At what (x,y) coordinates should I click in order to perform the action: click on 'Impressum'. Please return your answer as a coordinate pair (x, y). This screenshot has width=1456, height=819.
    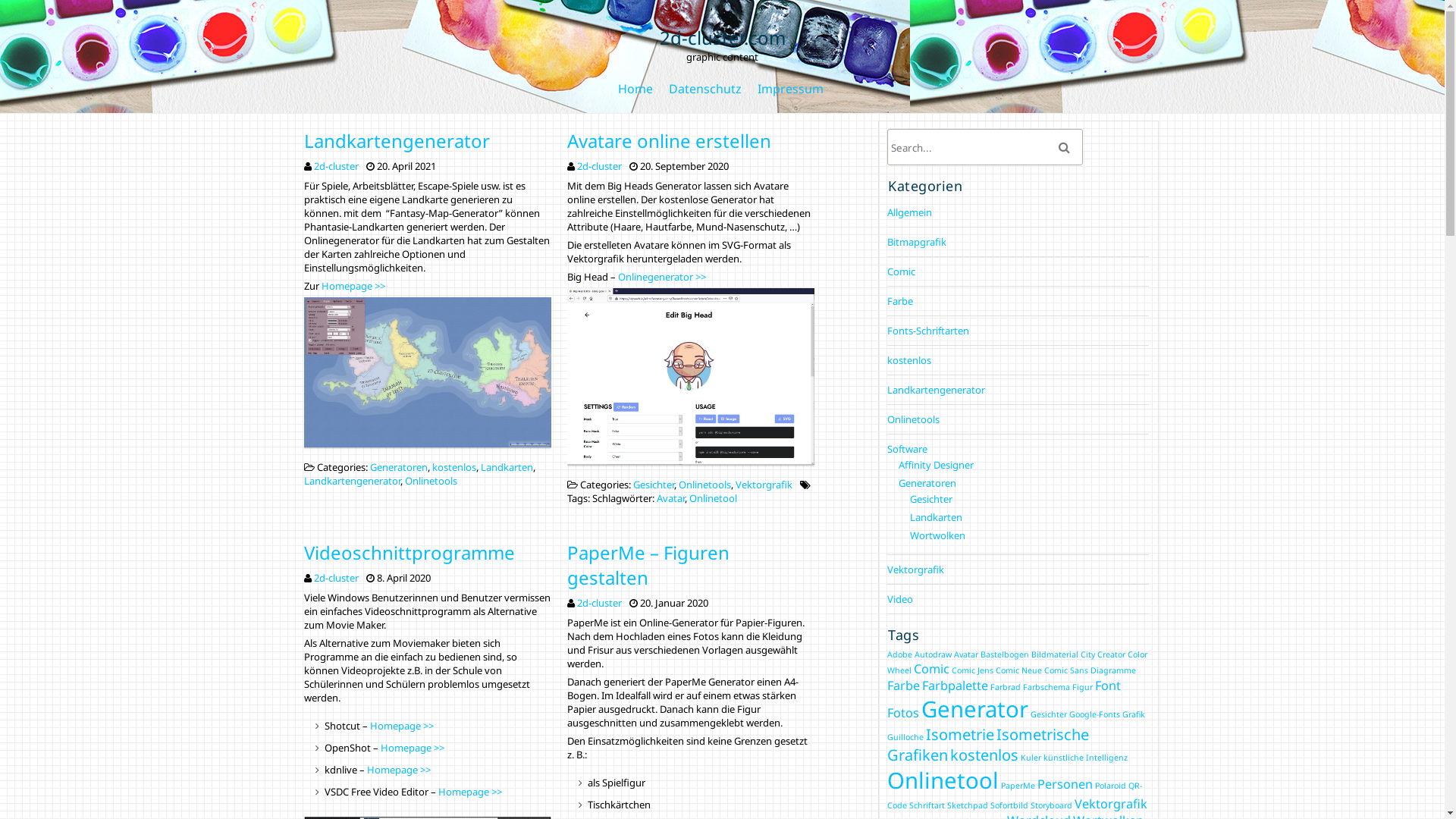
    Looking at the image, I should click on (789, 88).